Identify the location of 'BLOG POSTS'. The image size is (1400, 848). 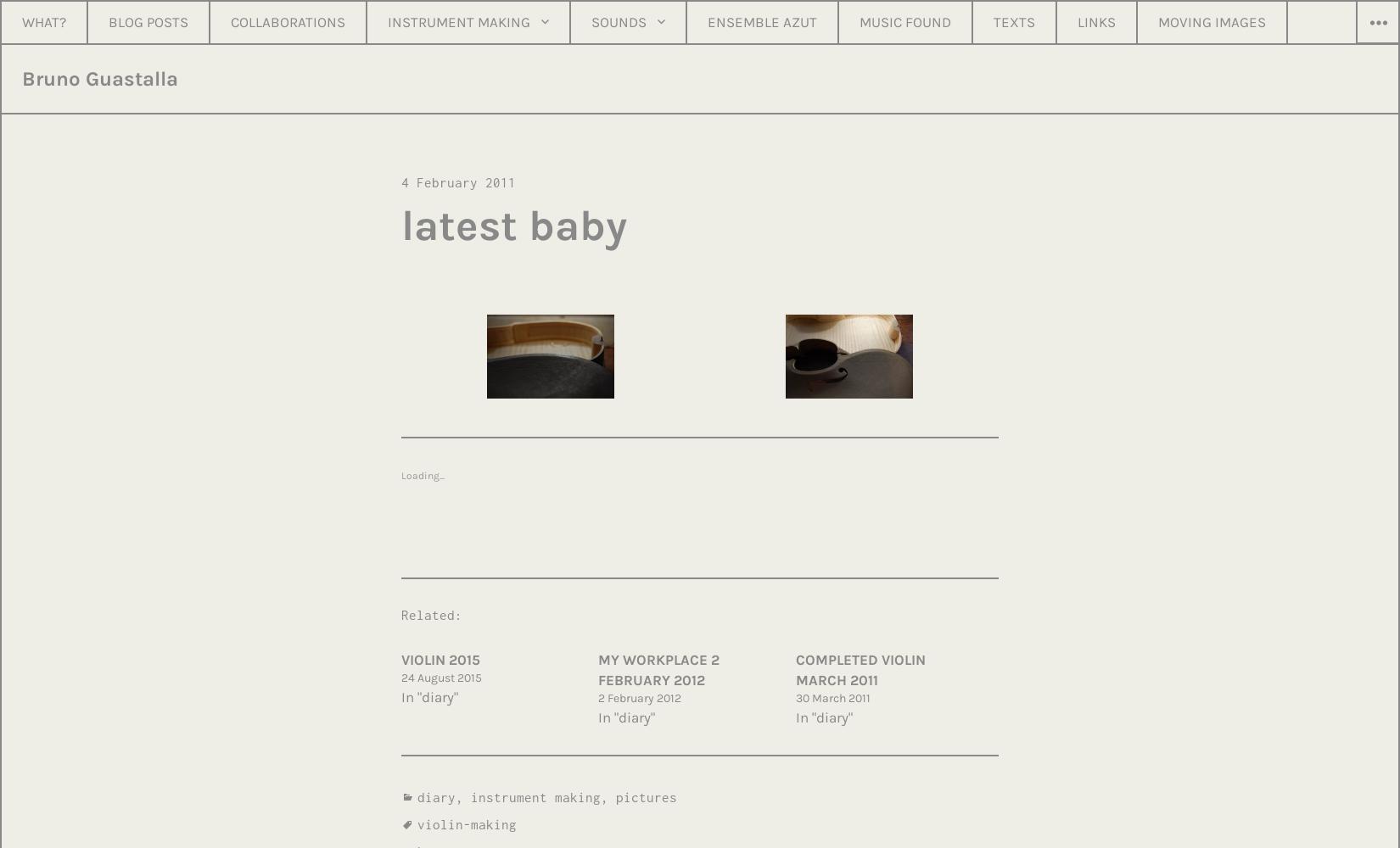
(148, 22).